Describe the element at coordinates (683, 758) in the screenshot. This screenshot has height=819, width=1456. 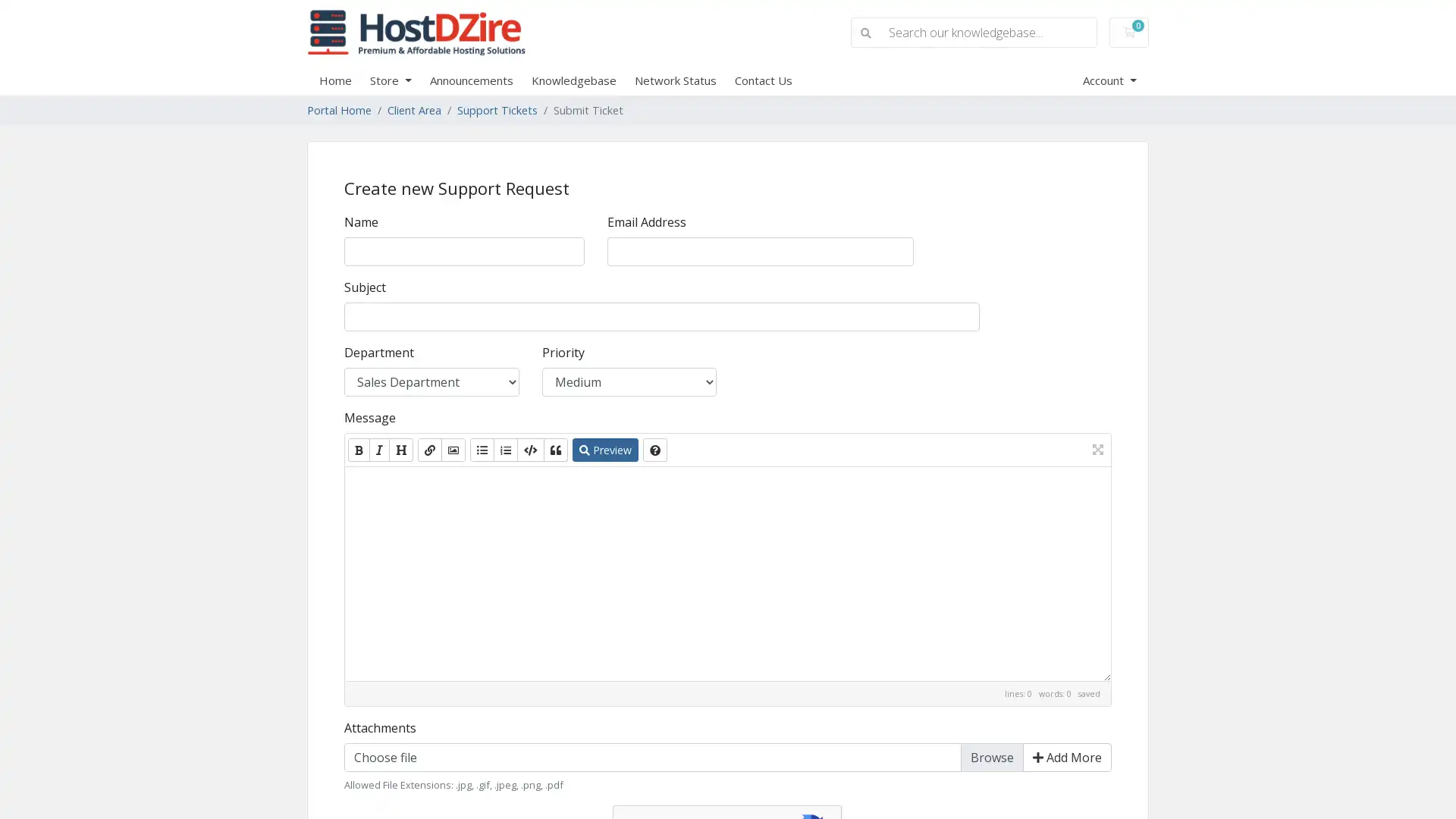
I see `Choose file Browse` at that location.